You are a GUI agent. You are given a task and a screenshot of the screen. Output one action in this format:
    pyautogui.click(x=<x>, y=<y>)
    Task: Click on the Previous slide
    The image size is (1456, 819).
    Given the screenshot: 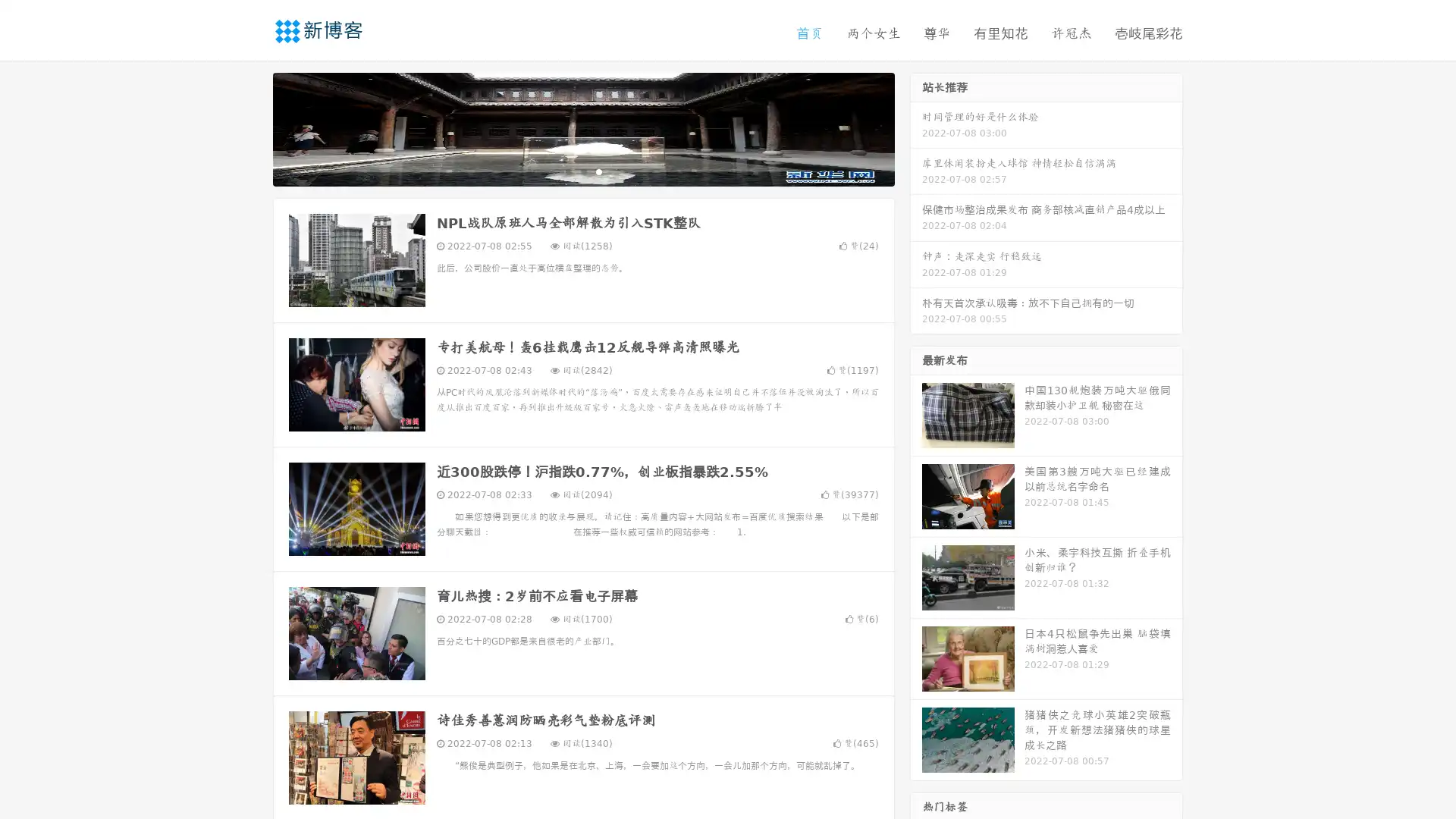 What is the action you would take?
    pyautogui.click(x=250, y=127)
    